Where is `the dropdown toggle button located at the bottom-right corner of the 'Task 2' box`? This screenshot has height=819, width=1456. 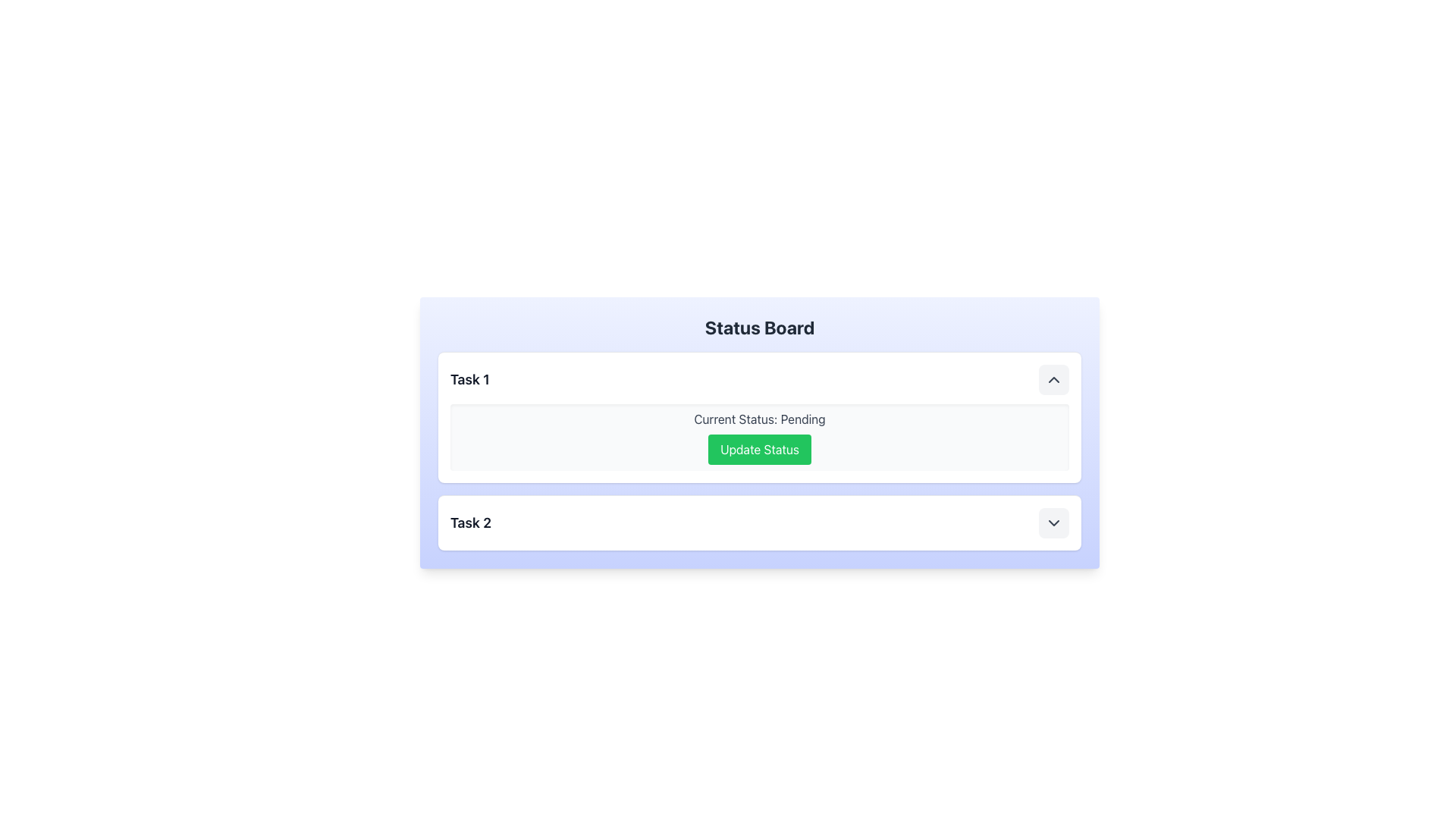 the dropdown toggle button located at the bottom-right corner of the 'Task 2' box is located at coordinates (1053, 522).